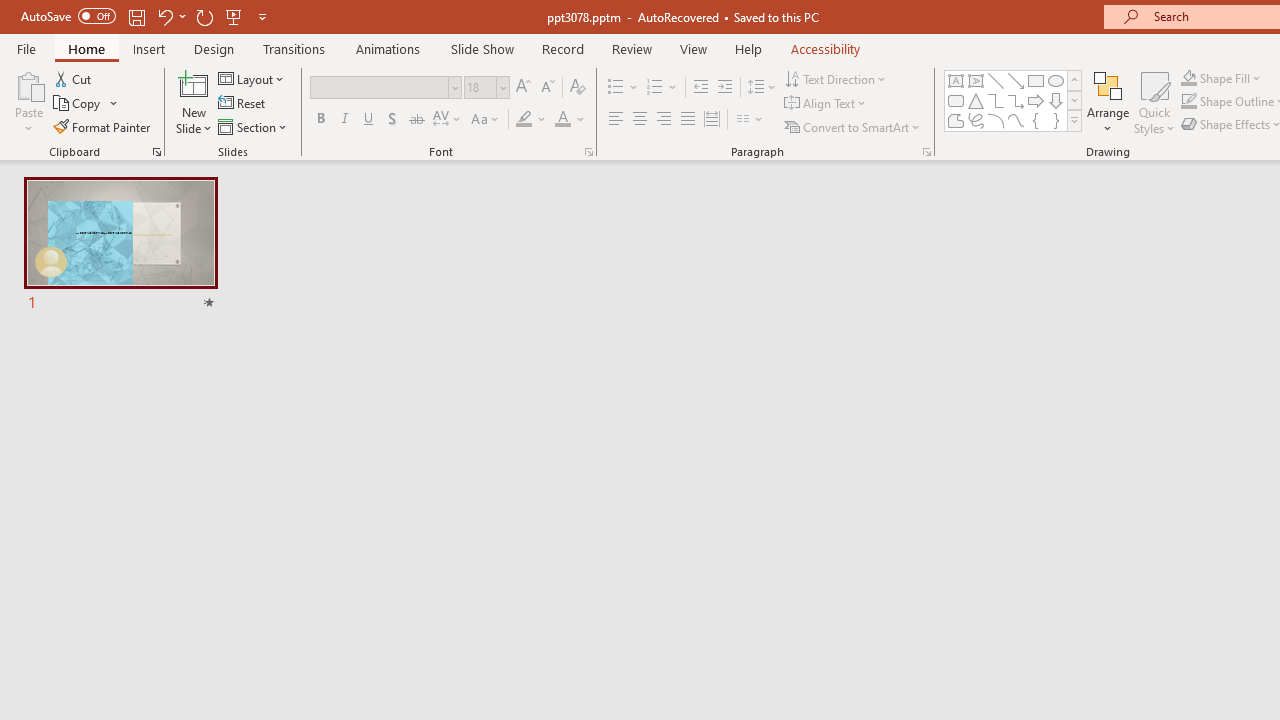 The image size is (1280, 720). I want to click on 'Shape Outline Green, Accent 1', so click(1189, 101).